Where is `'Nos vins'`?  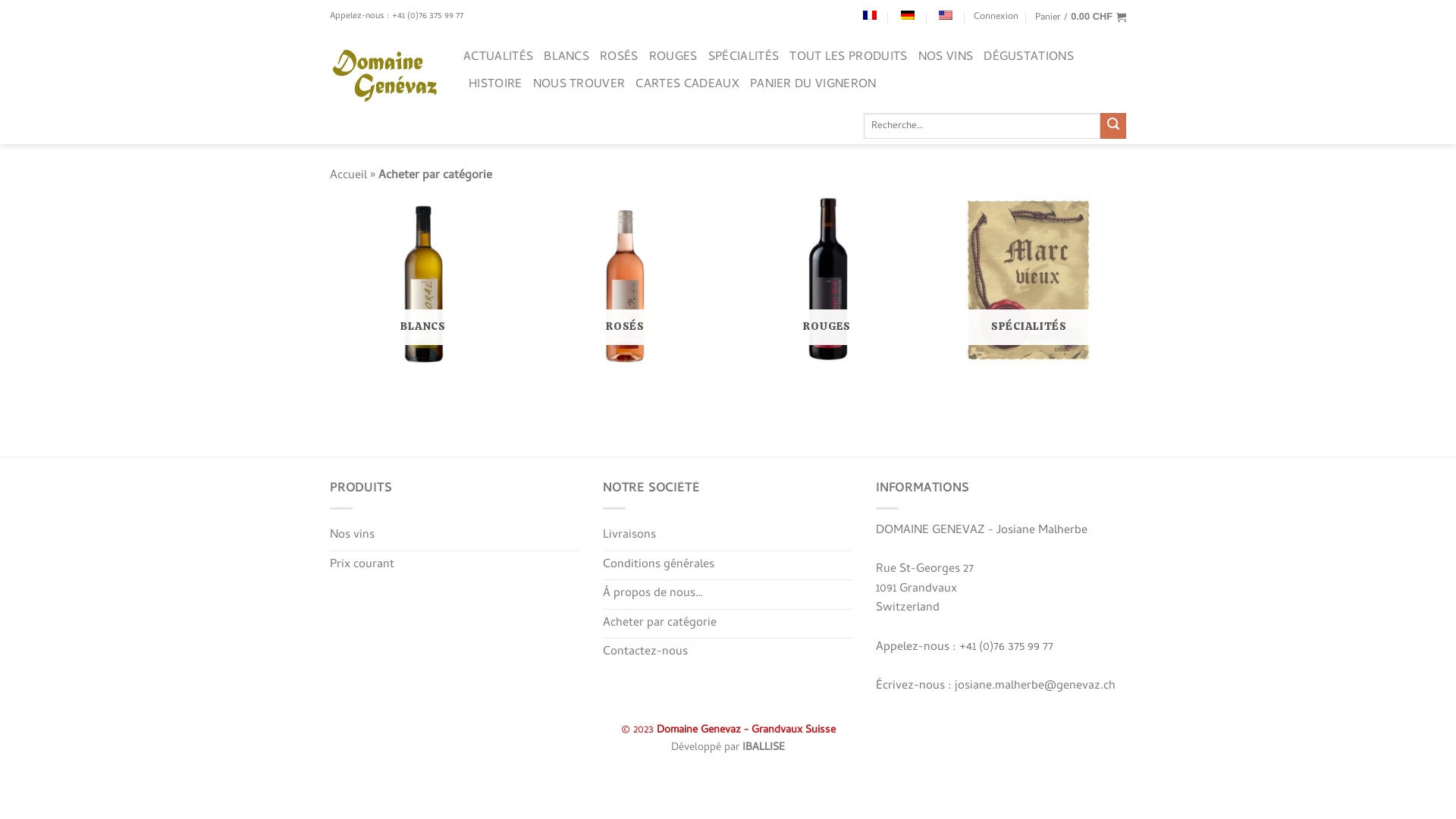 'Nos vins' is located at coordinates (351, 535).